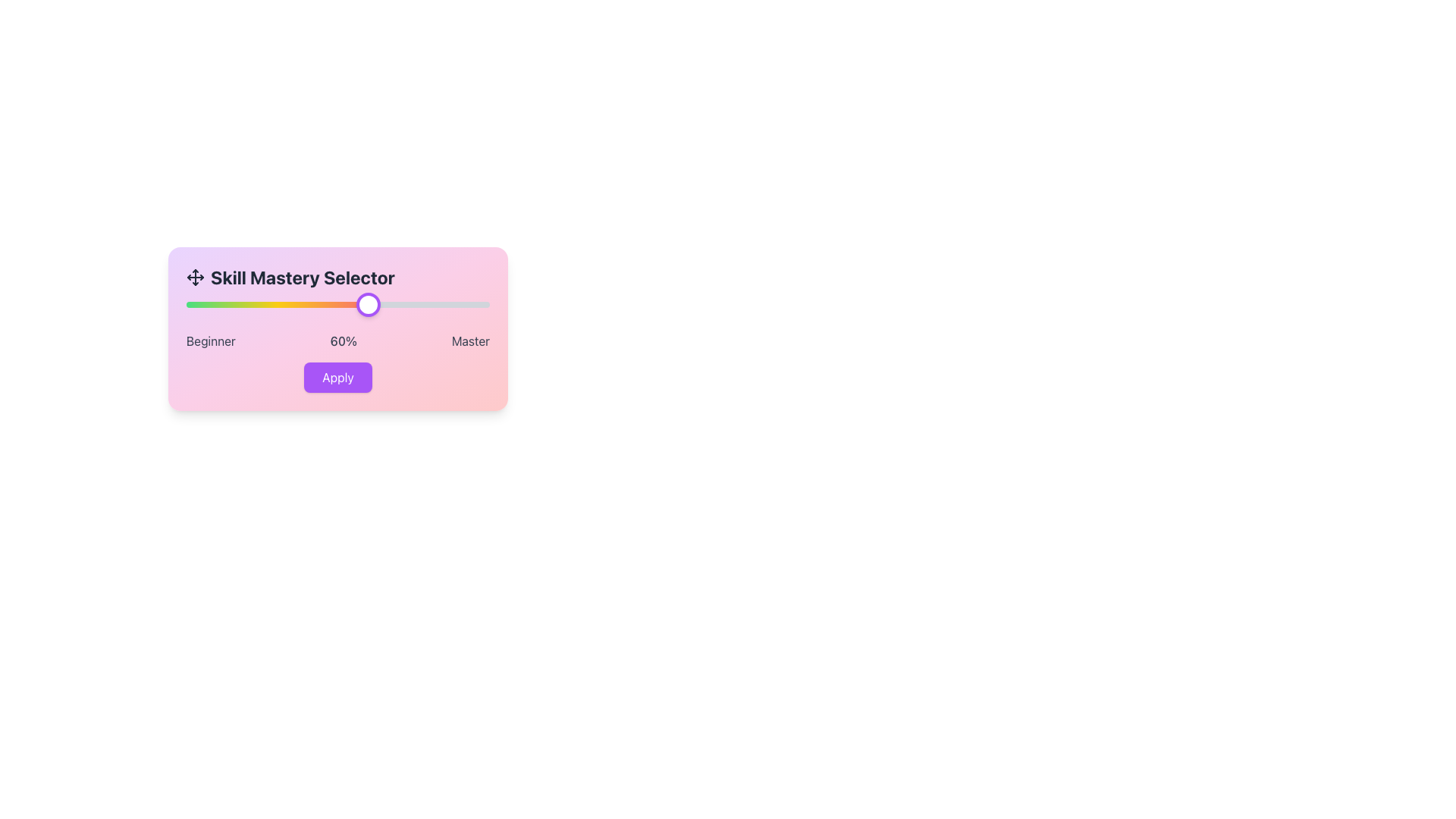 The height and width of the screenshot is (819, 1456). What do you see at coordinates (471, 304) in the screenshot?
I see `the skill mastery level` at bounding box center [471, 304].